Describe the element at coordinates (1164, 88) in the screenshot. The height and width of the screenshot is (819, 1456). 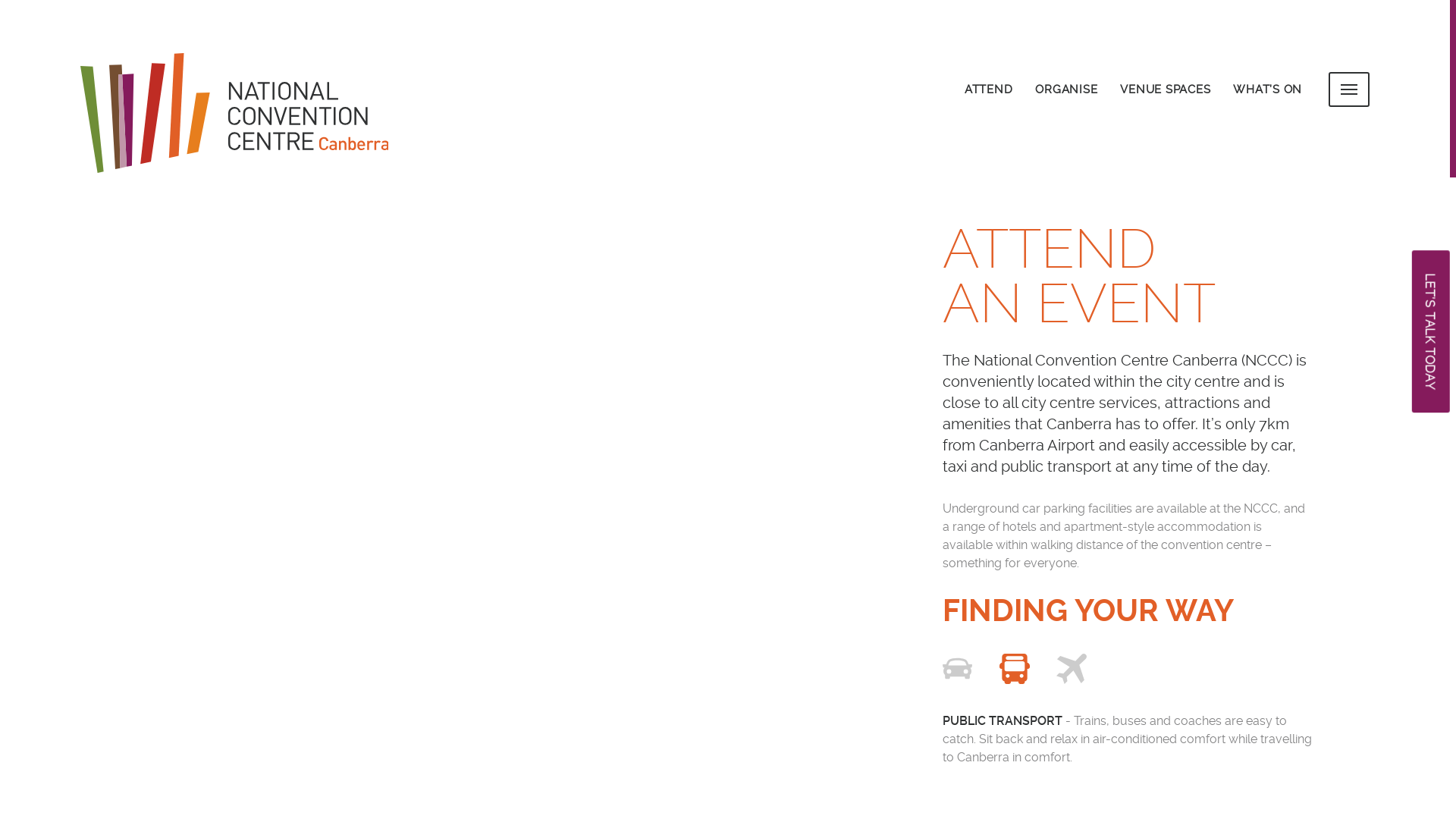
I see `'VENUE SPACES'` at that location.